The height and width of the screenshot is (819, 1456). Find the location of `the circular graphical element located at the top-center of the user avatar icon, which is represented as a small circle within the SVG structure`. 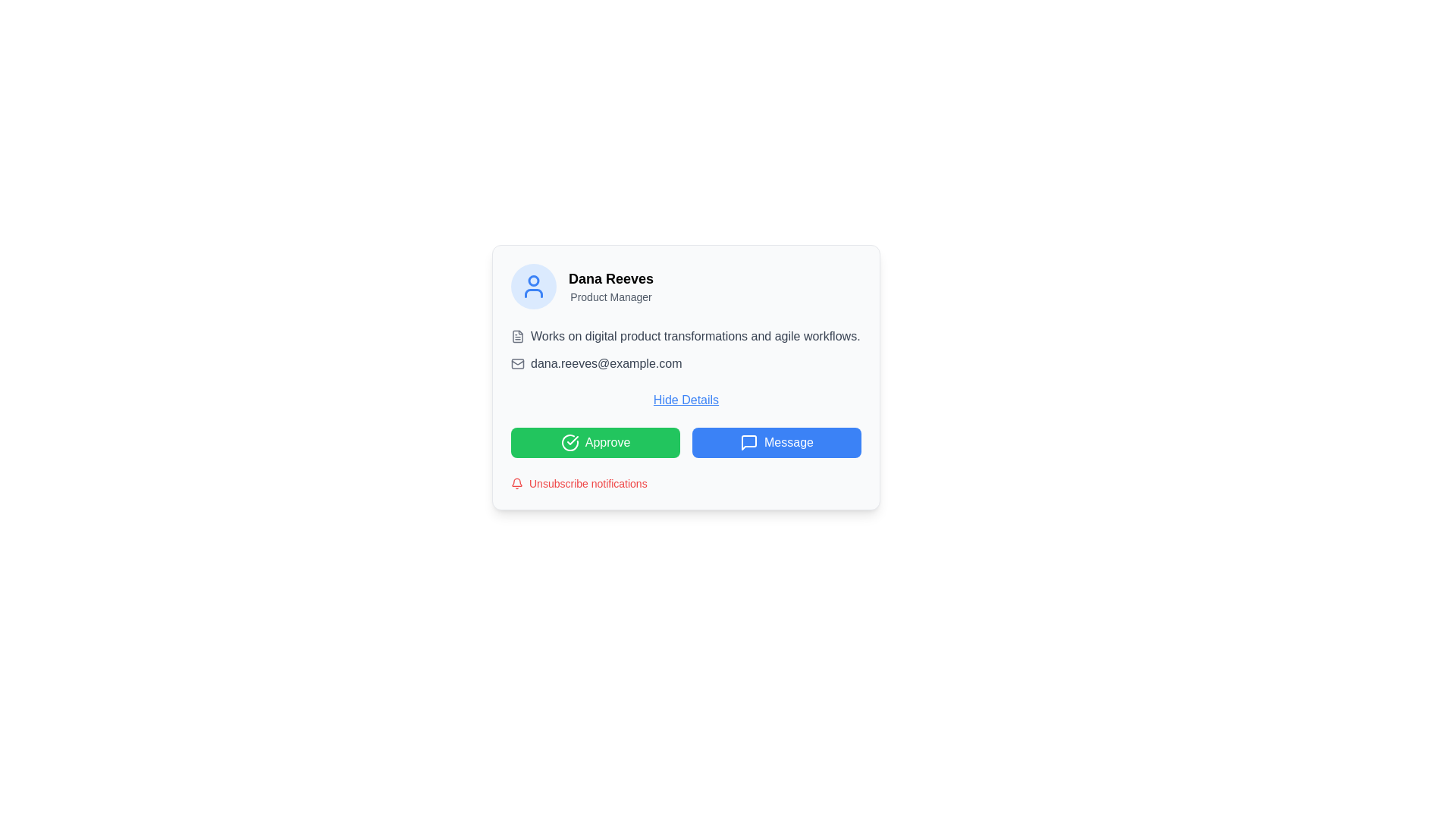

the circular graphical element located at the top-center of the user avatar icon, which is represented as a small circle within the SVG structure is located at coordinates (534, 281).